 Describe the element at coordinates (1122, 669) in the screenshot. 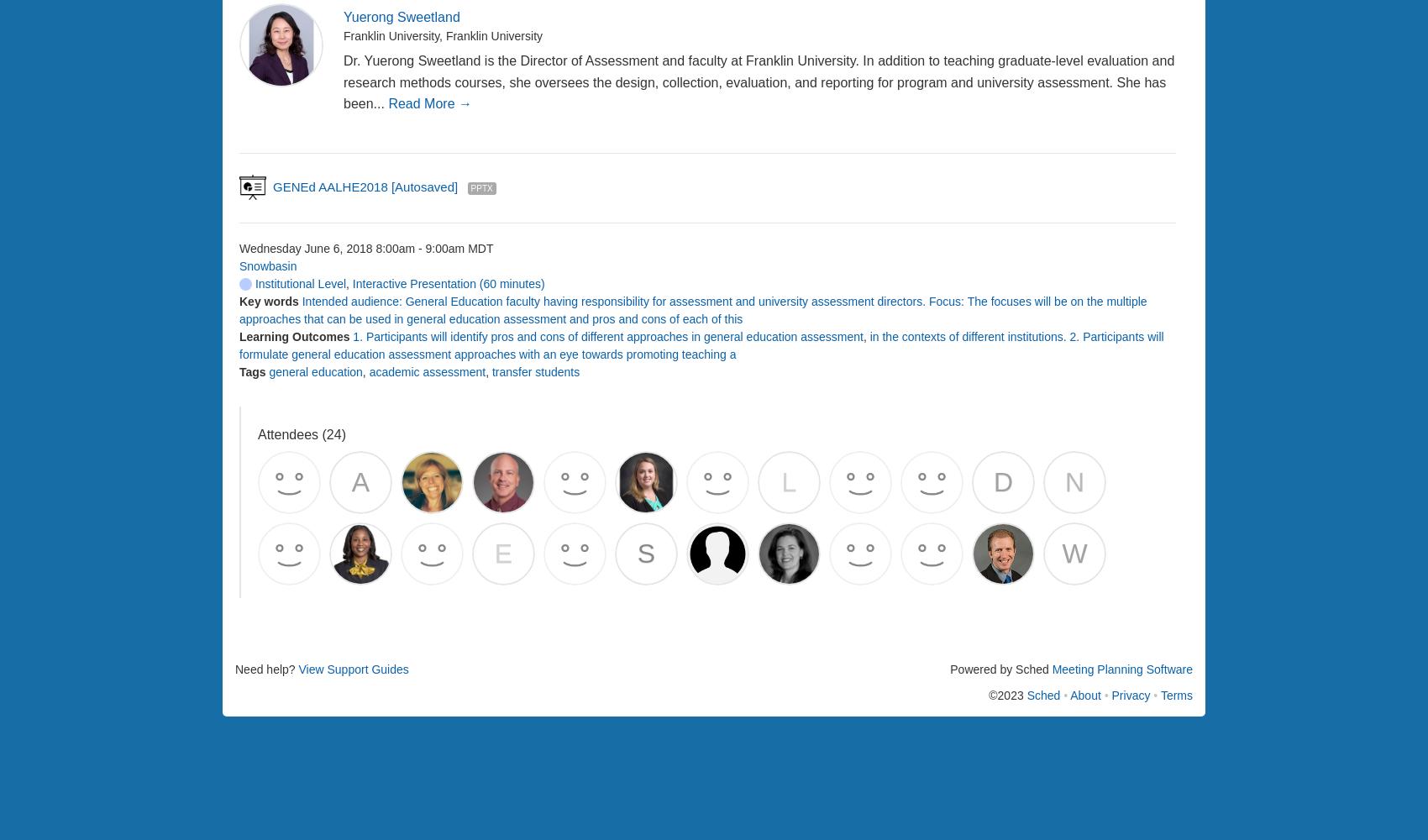

I see `'Meeting Planning Software'` at that location.